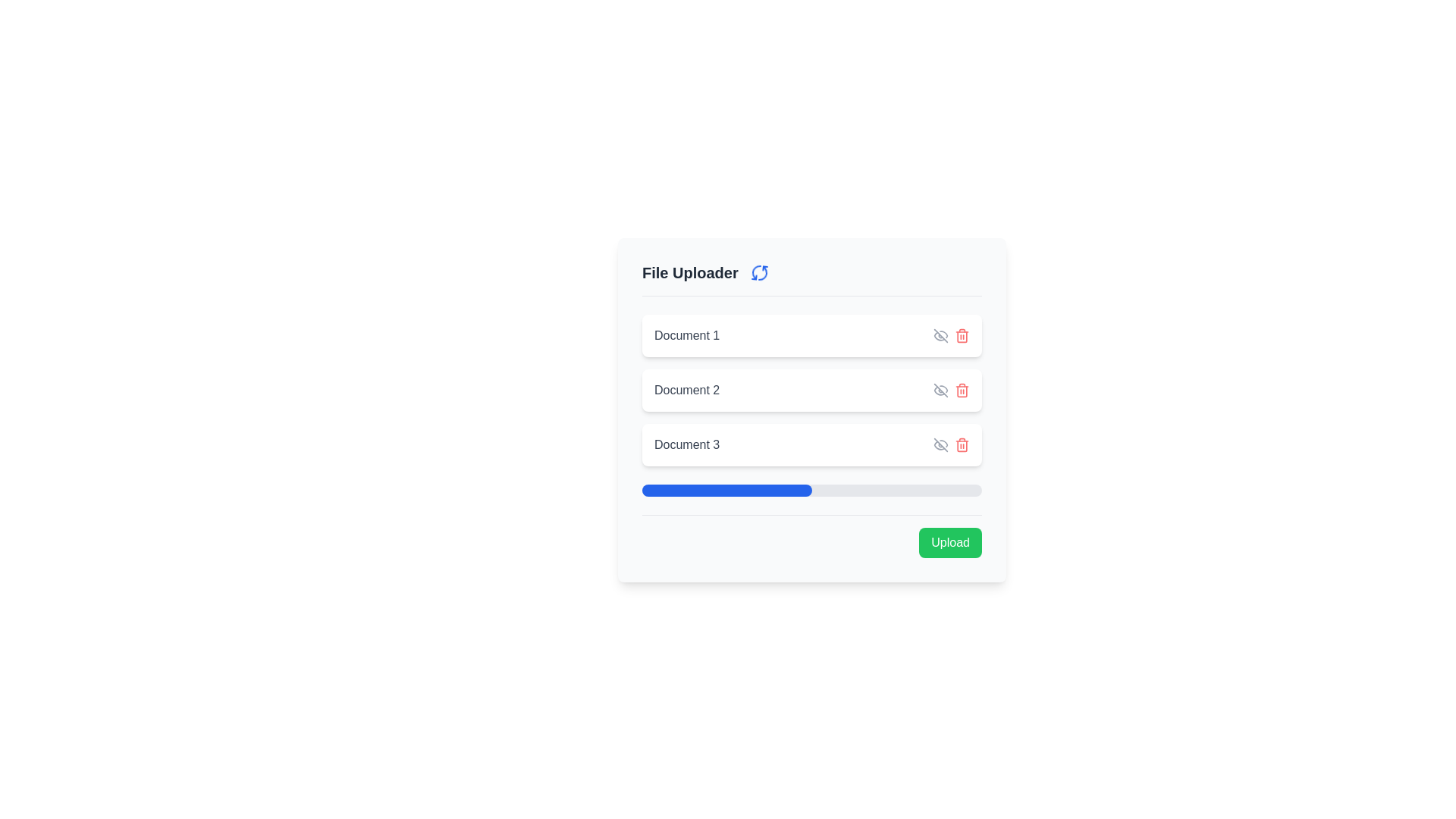  What do you see at coordinates (759, 271) in the screenshot?
I see `the spinning motion of the circular blue refresh icon located to the right of the 'File Uploader' title in the header section of the file uploader component` at bounding box center [759, 271].